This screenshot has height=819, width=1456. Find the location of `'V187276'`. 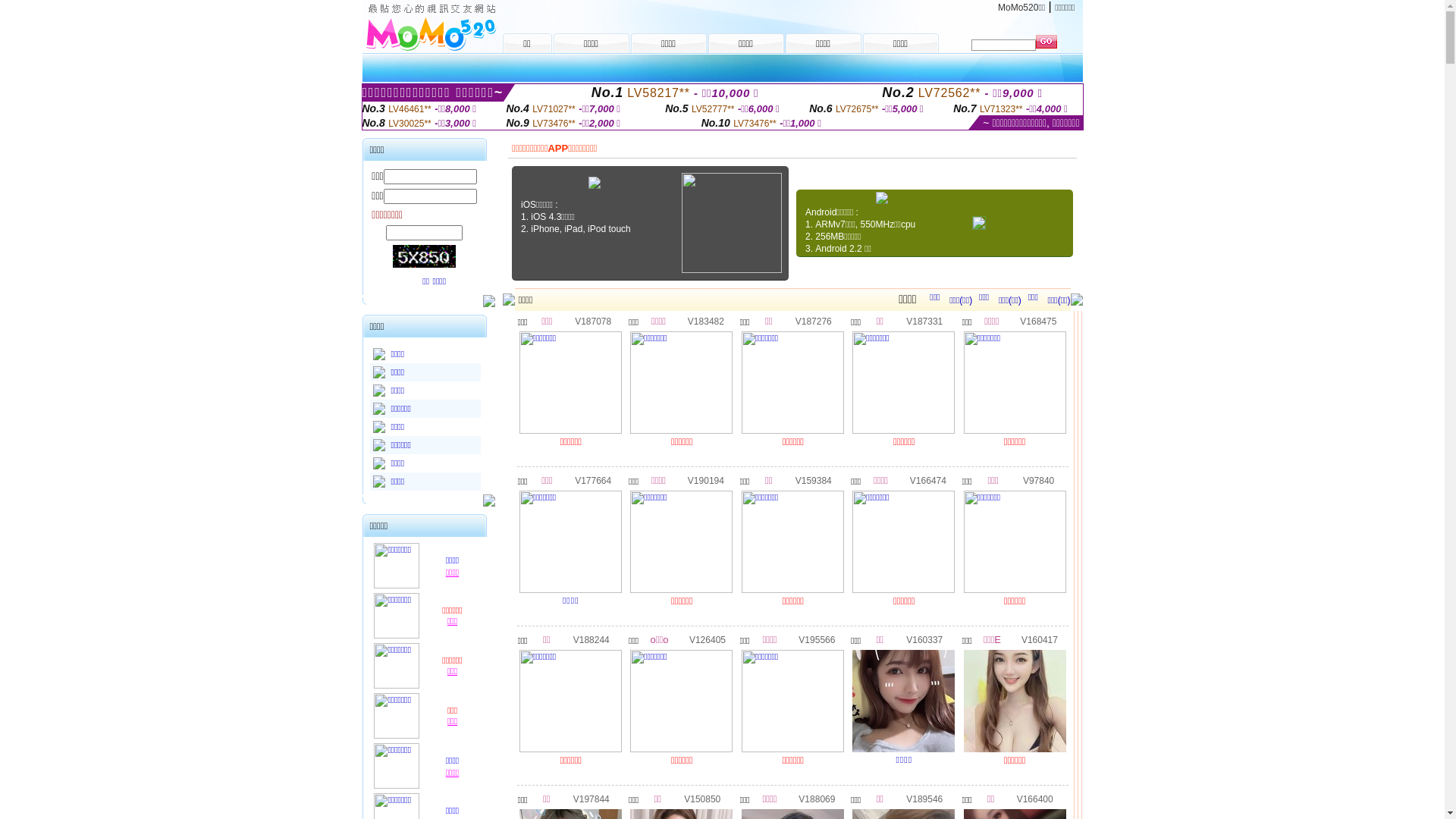

'V187276' is located at coordinates (813, 320).